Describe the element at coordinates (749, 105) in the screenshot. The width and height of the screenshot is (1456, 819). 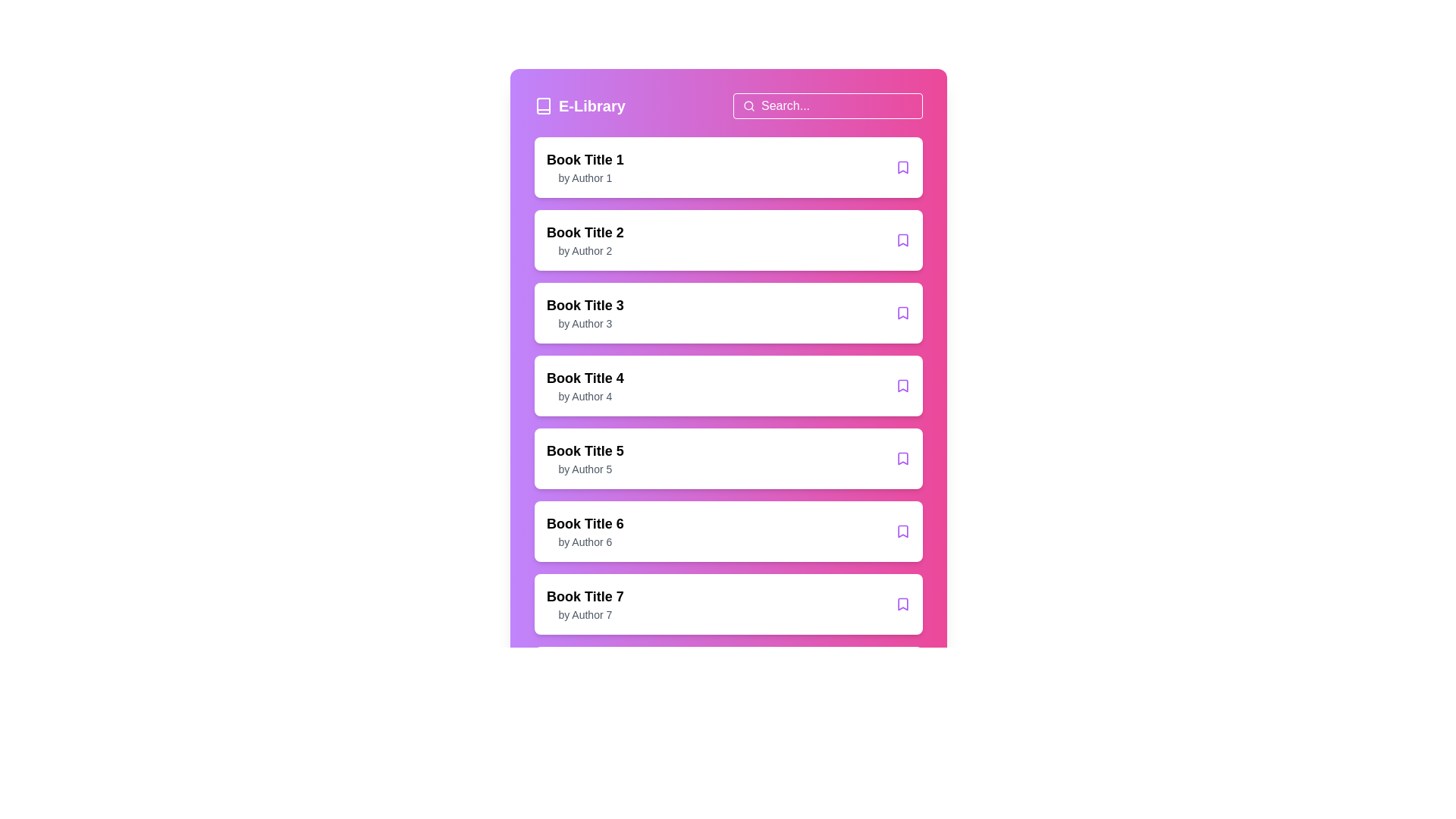
I see `the magnifying glass icon located at the far left inside the search bar, which is styled with a simple wireframe appearance and represents search functionality` at that location.